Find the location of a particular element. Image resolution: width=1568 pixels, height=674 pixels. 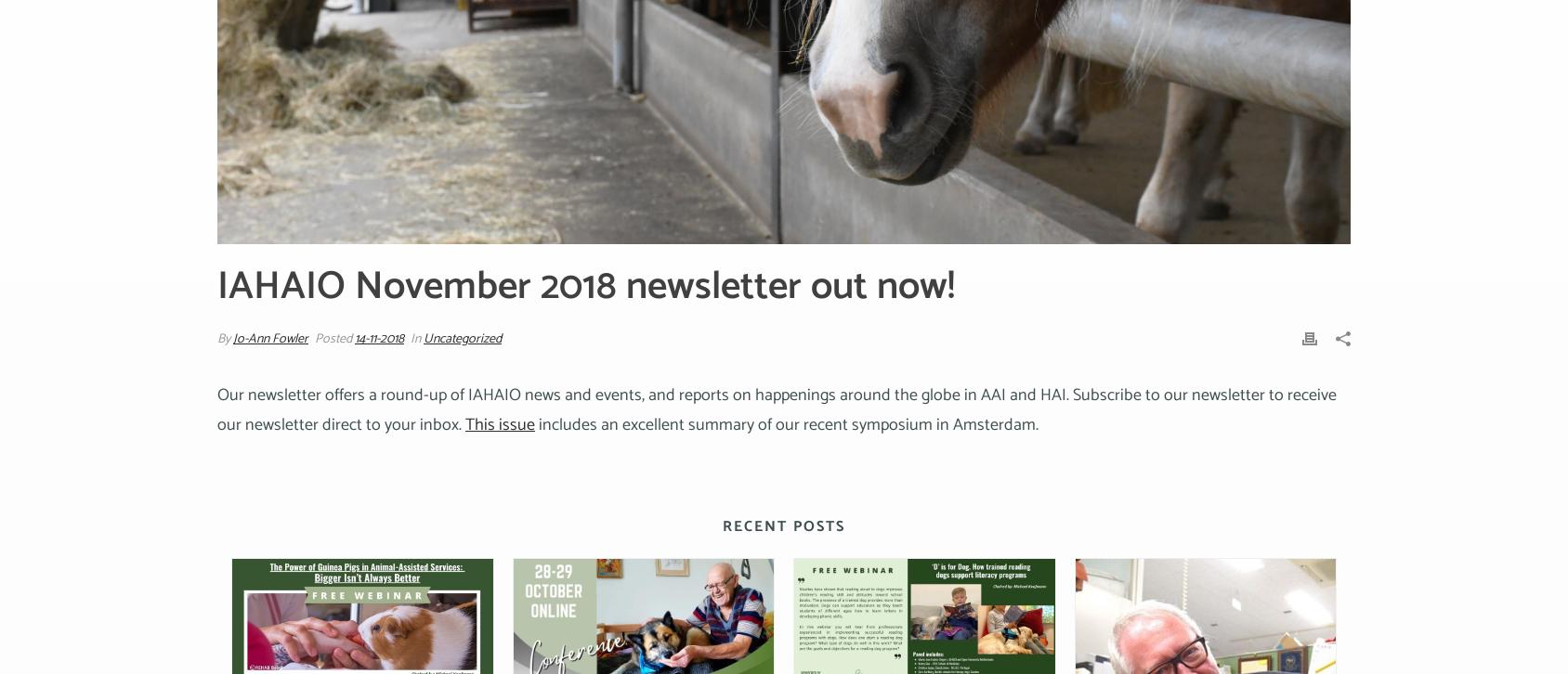

'Uncategorized' is located at coordinates (461, 339).